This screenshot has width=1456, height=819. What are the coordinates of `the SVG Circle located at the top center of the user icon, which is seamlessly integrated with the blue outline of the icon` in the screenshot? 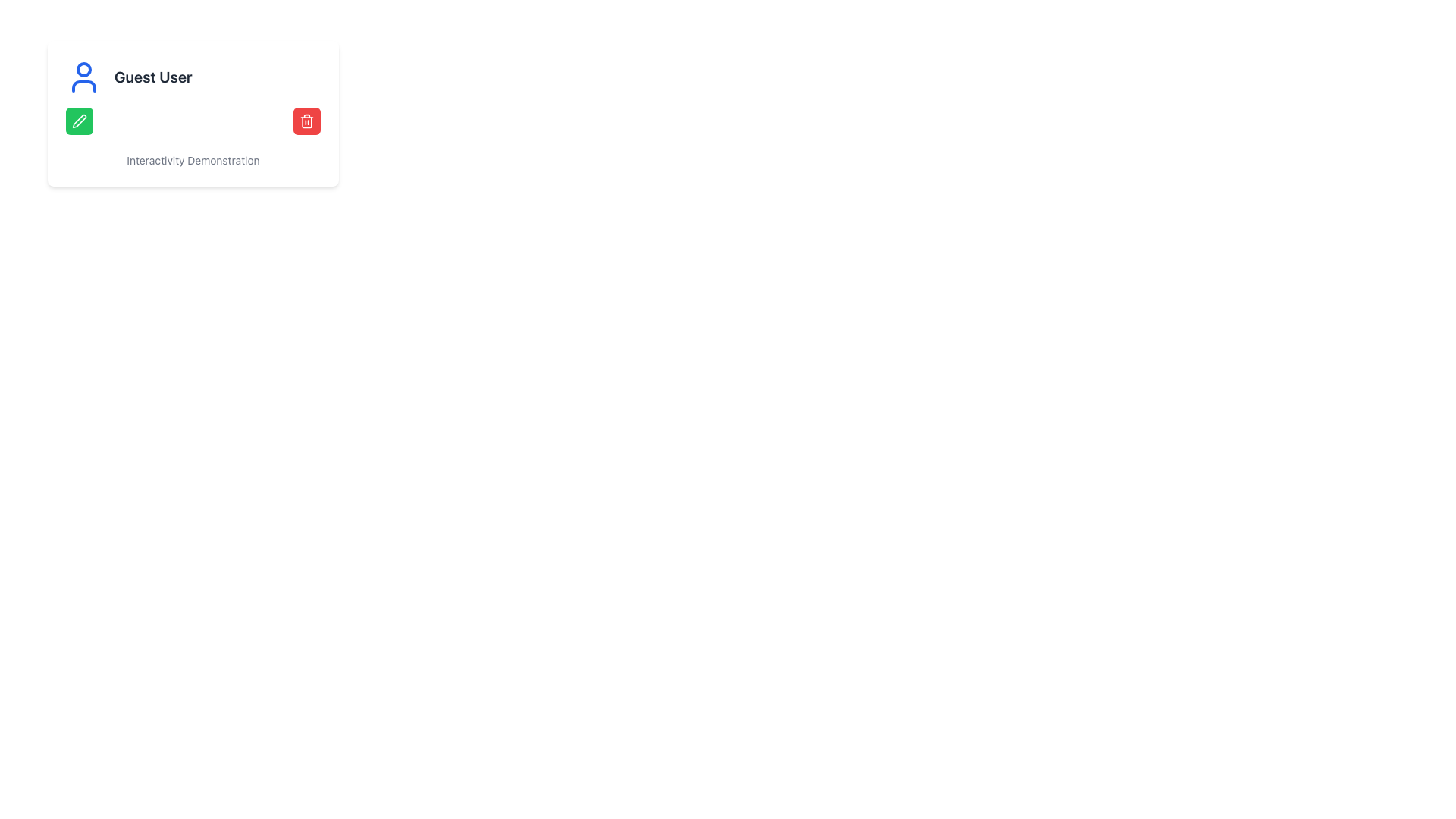 It's located at (83, 70).